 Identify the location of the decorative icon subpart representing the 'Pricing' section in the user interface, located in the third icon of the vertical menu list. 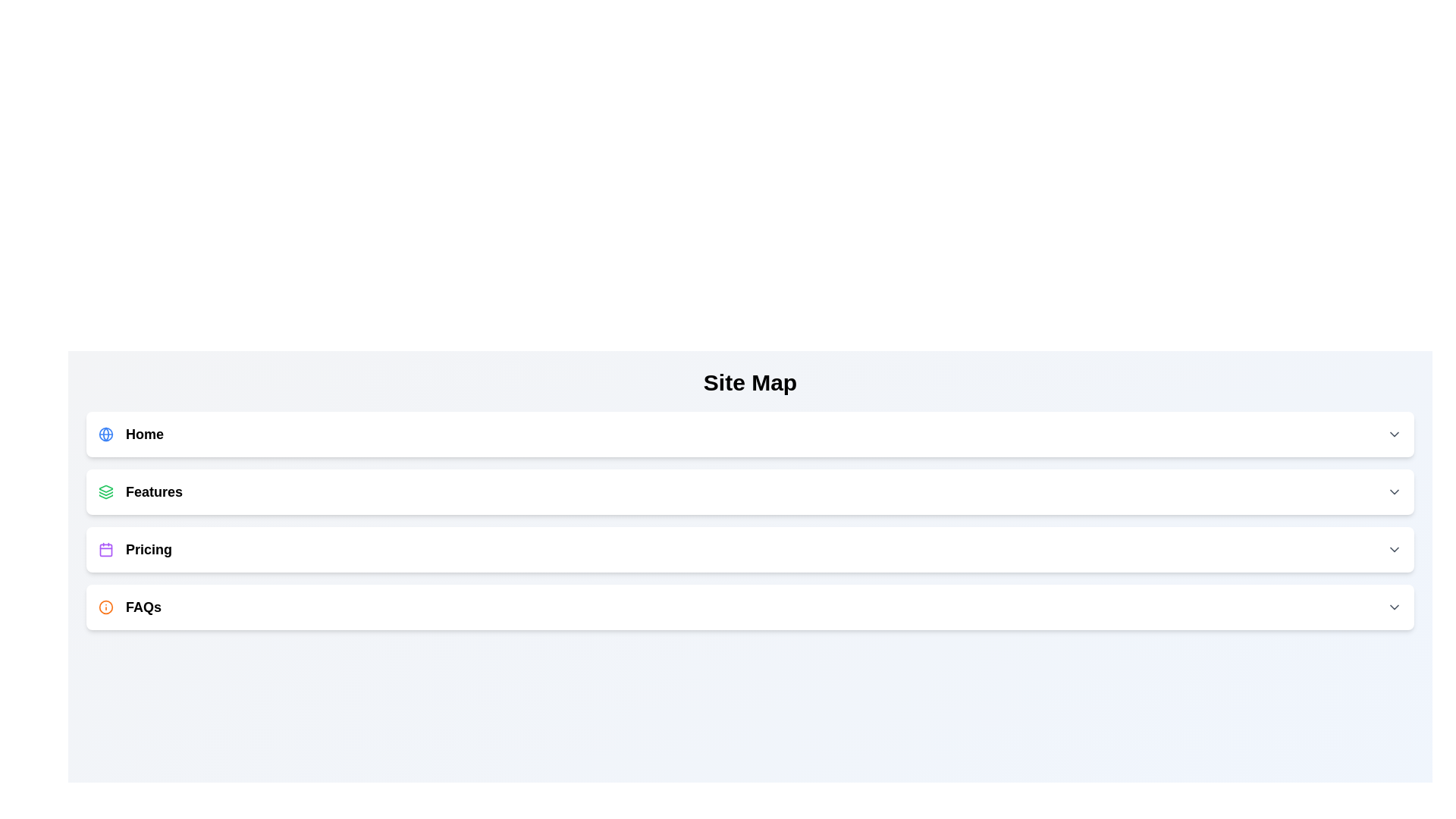
(105, 550).